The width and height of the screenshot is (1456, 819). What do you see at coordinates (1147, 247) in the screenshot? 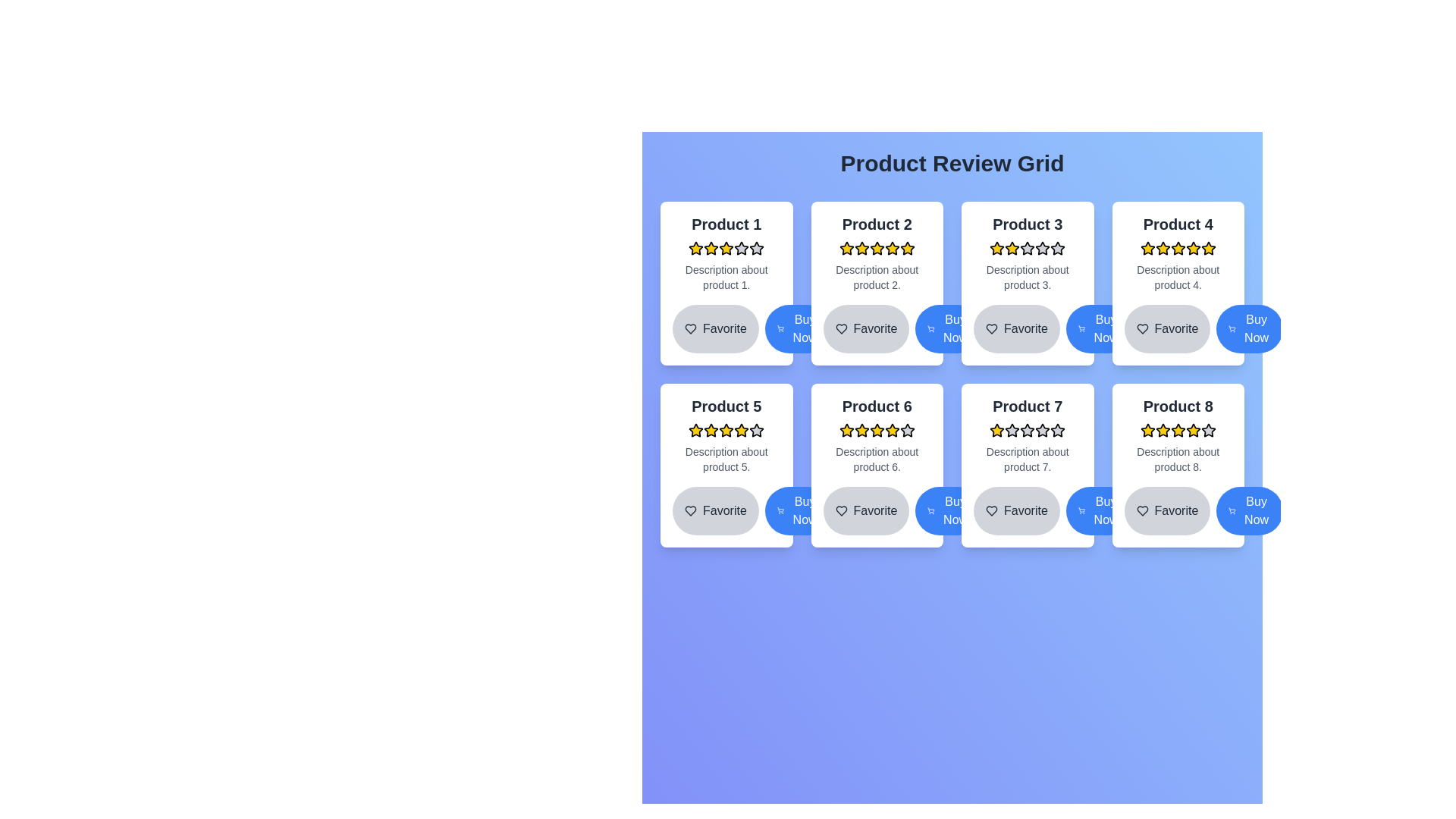
I see `the fourth star icon in the star-rating system for 'Product 4', which visually represents the fourth rating point` at bounding box center [1147, 247].